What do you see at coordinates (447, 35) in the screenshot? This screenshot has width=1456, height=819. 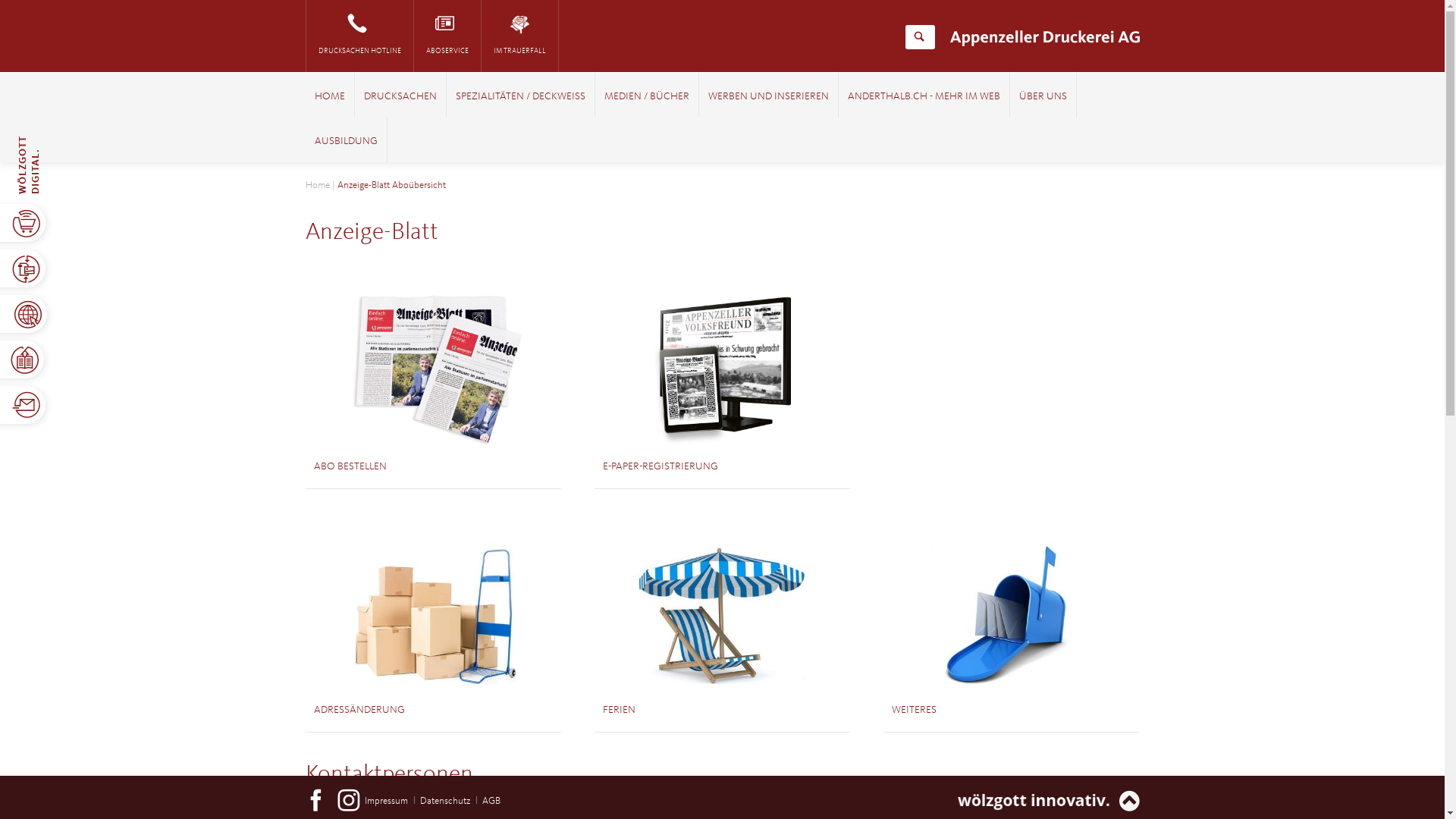 I see `'ABOSERVICE'` at bounding box center [447, 35].